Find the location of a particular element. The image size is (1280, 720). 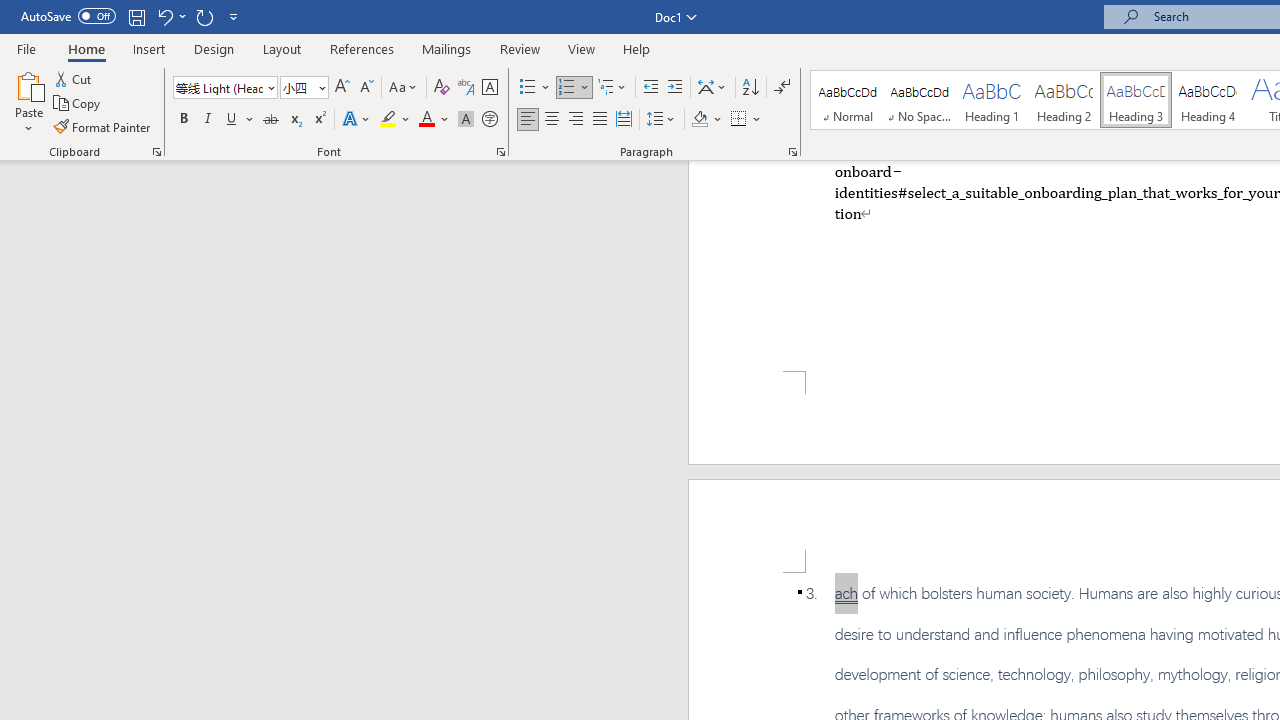

'Text Highlight Color' is located at coordinates (395, 119).